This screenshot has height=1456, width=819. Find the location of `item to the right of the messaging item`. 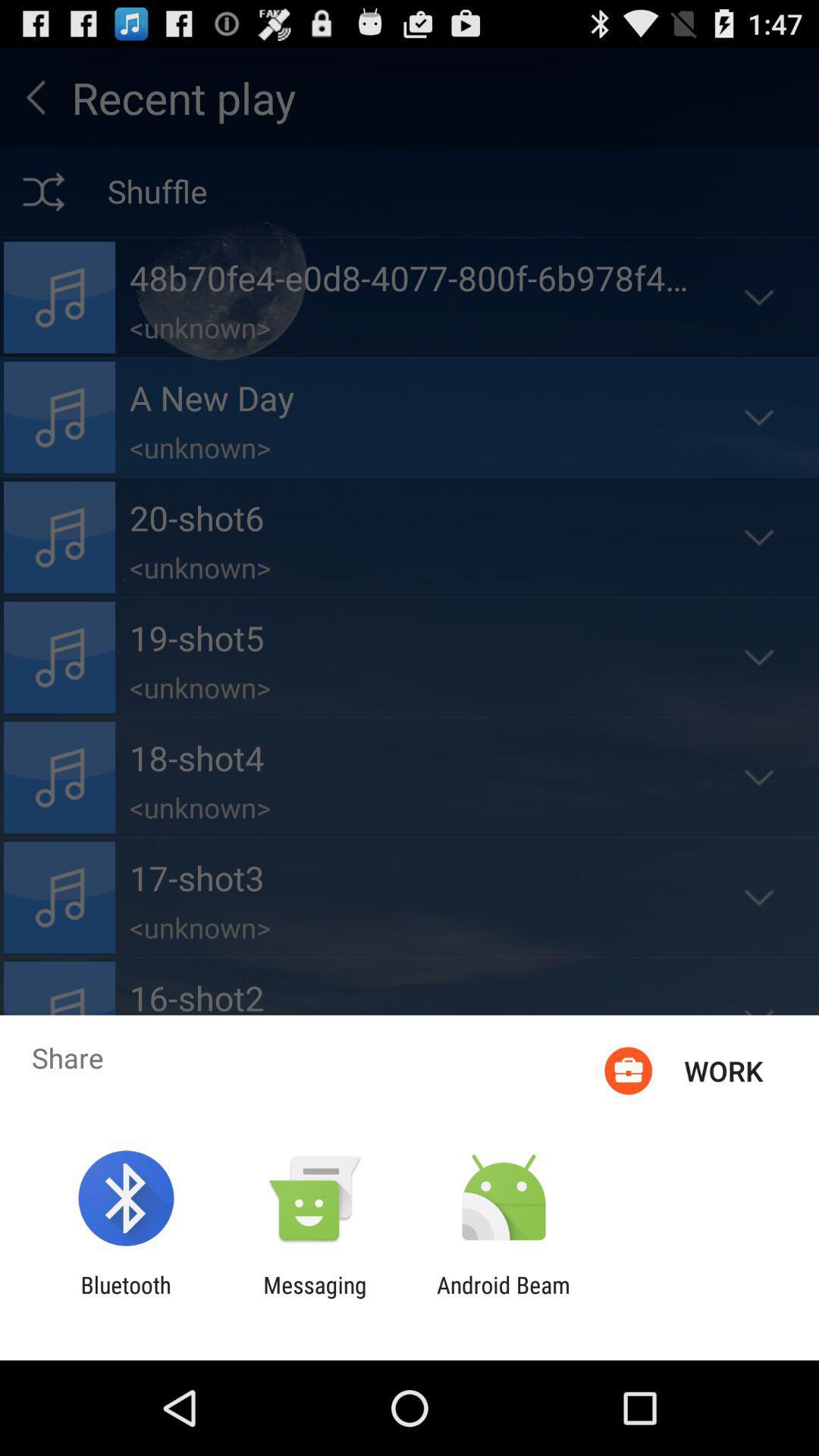

item to the right of the messaging item is located at coordinates (504, 1298).